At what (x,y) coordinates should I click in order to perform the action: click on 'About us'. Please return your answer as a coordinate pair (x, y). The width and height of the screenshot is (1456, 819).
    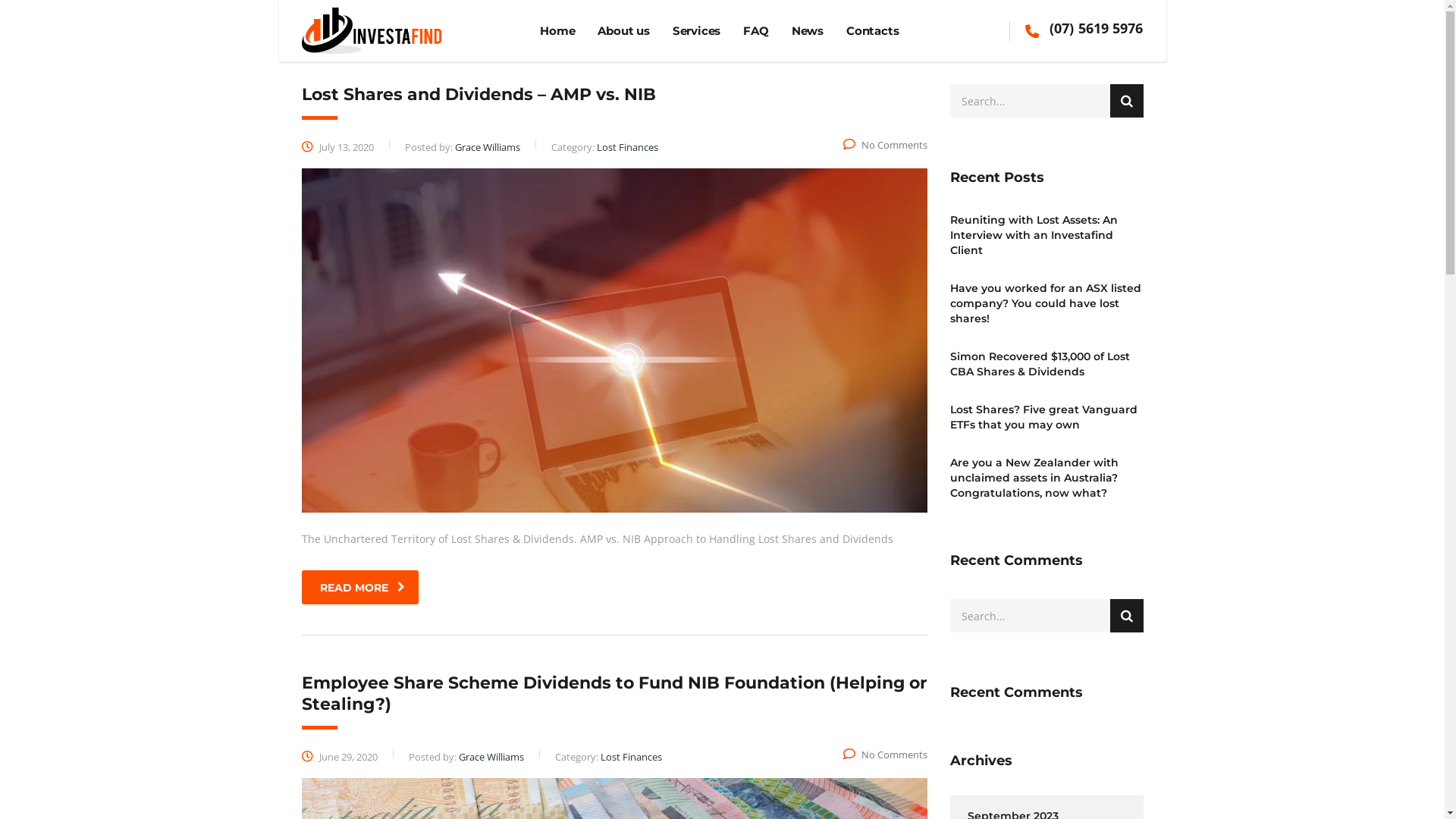
    Looking at the image, I should click on (623, 31).